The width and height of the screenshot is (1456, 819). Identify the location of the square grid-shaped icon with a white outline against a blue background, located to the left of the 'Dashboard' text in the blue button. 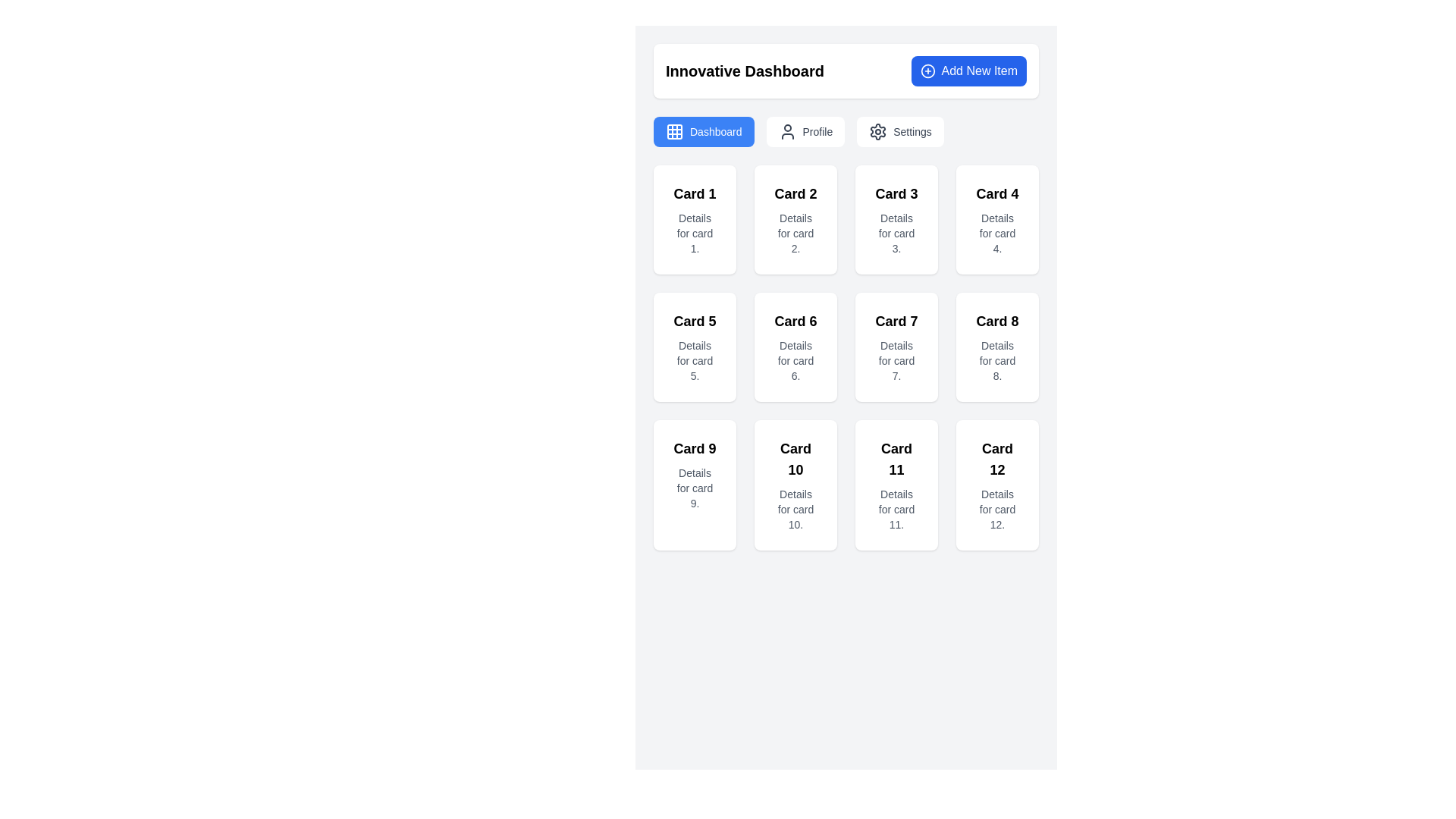
(673, 130).